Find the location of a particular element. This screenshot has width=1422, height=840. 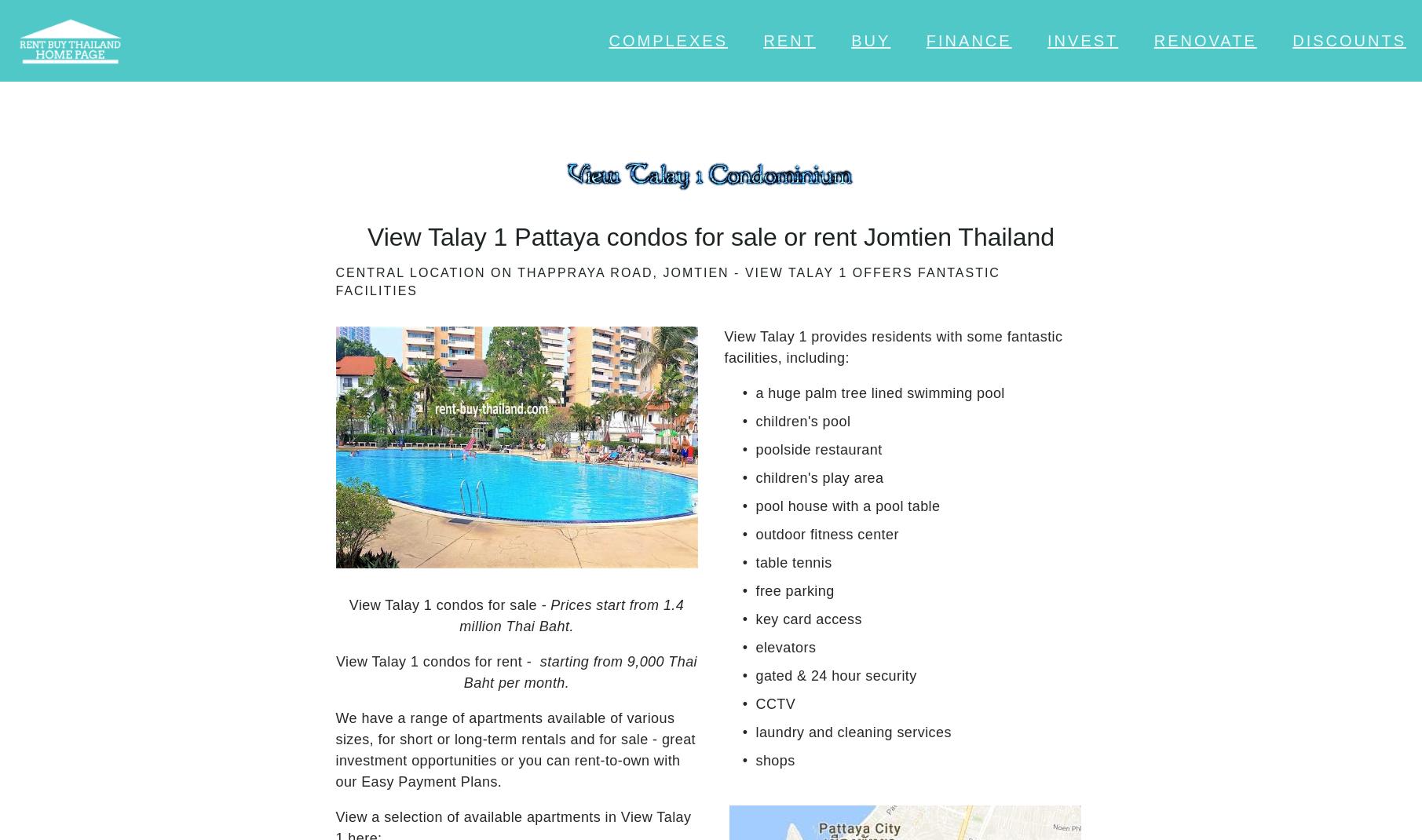

'gated & 24 hour security' is located at coordinates (835, 676).